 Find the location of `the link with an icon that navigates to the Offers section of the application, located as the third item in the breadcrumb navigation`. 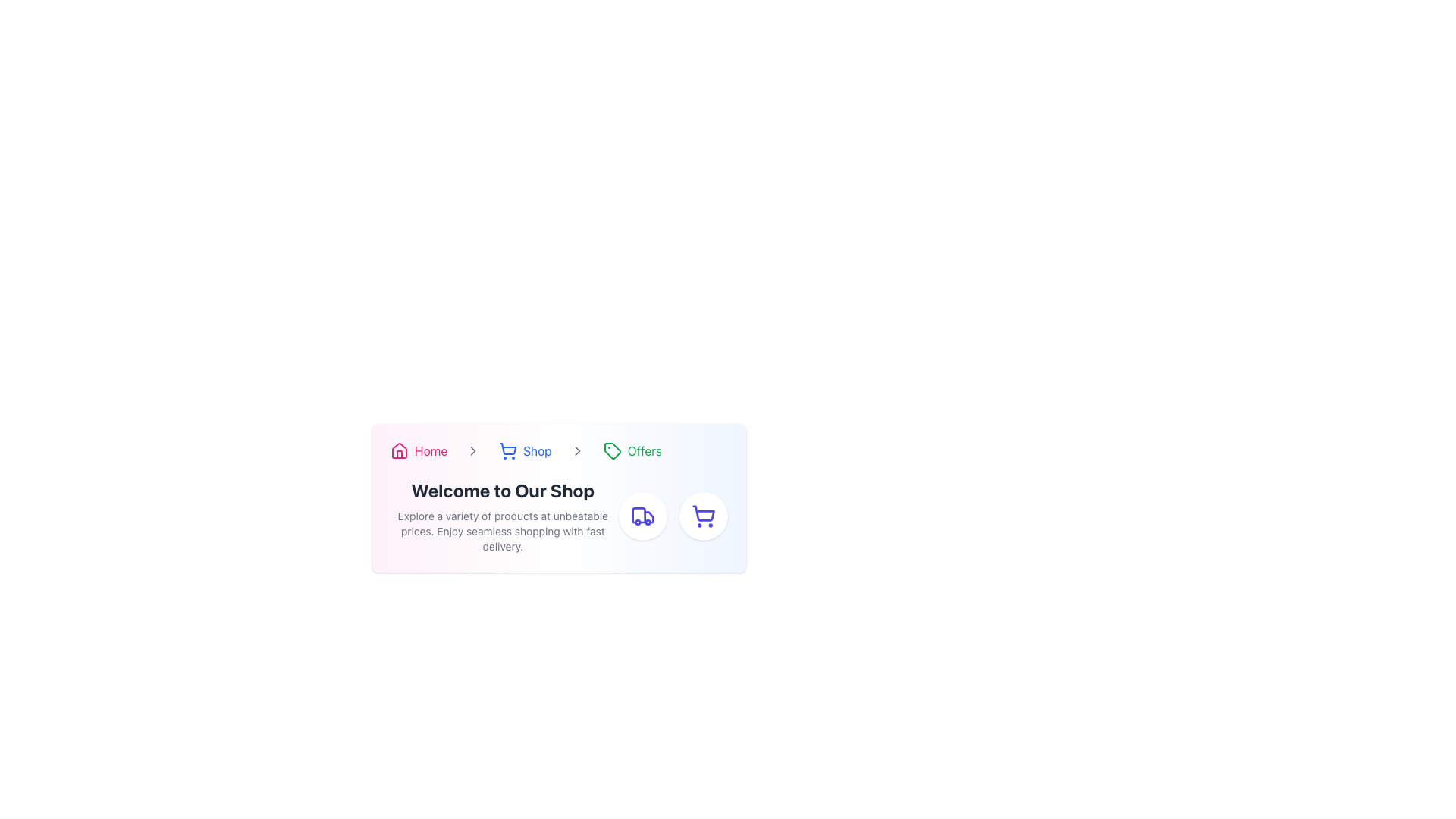

the link with an icon that navigates to the Offers section of the application, located as the third item in the breadcrumb navigation is located at coordinates (632, 450).